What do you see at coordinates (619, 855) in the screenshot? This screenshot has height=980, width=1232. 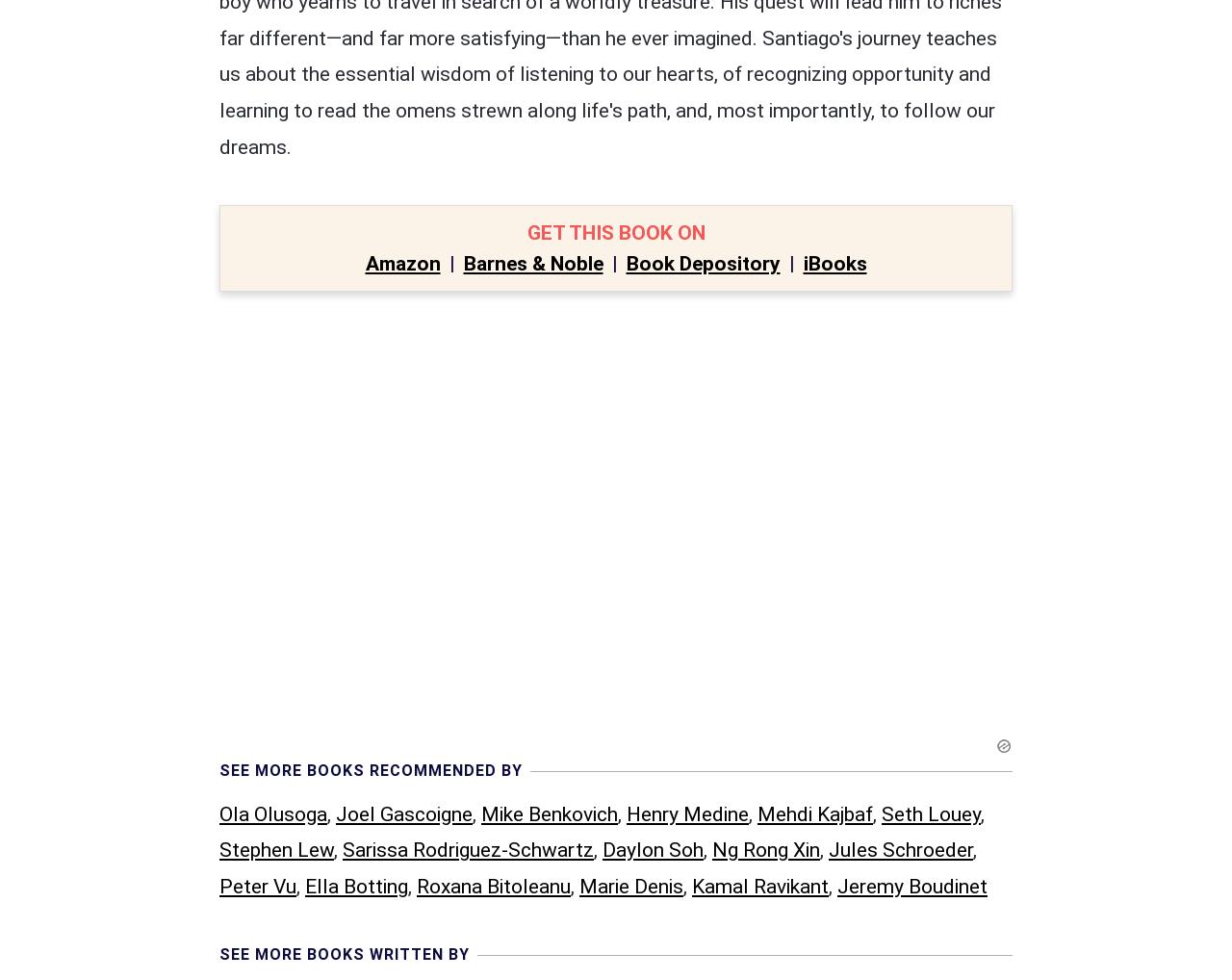 I see `'Mehdi Kajbaf, Co-Founder of Matboard, Discusses Favorite Books and Human Nature'` at bounding box center [619, 855].